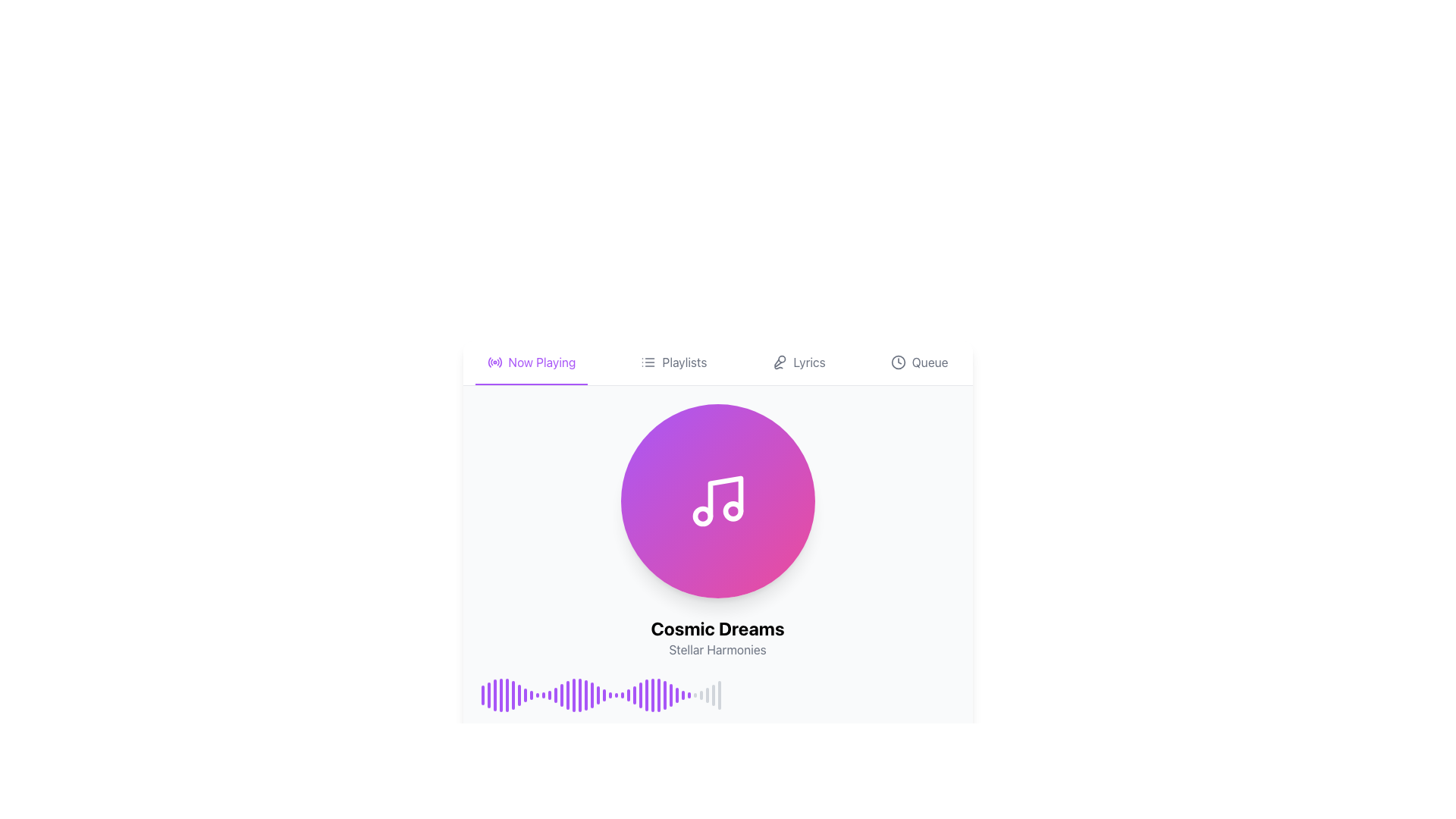  What do you see at coordinates (622, 695) in the screenshot?
I see `the visual representation of the 25th vertical Waveform bar, which is a narrow purple bar with rounded ends, part of a waveform visualization` at bounding box center [622, 695].